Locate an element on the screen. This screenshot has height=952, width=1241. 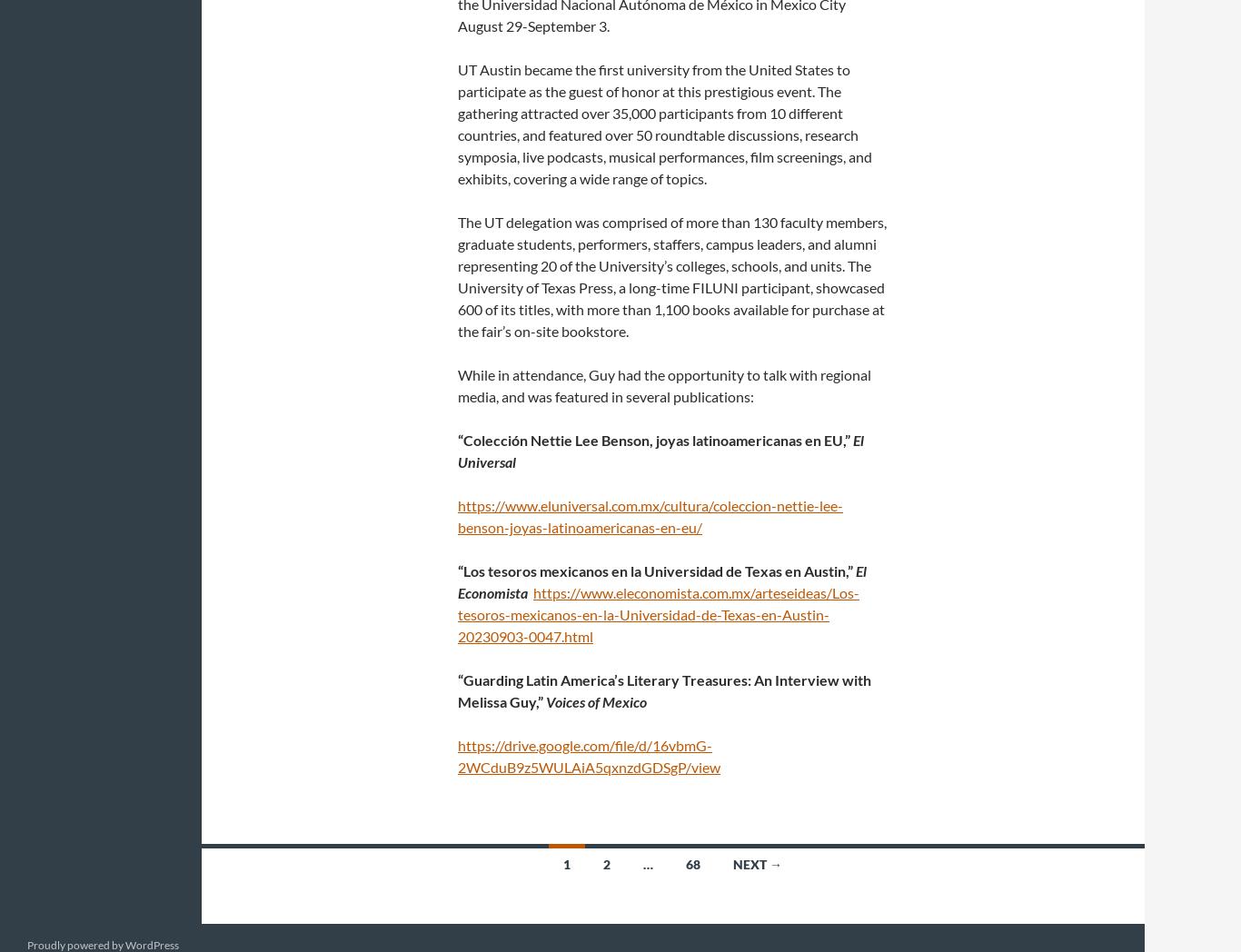
'While in attendance, Guy had the opportunity to talk with regional media, and was featured in several publications:' is located at coordinates (458, 385).